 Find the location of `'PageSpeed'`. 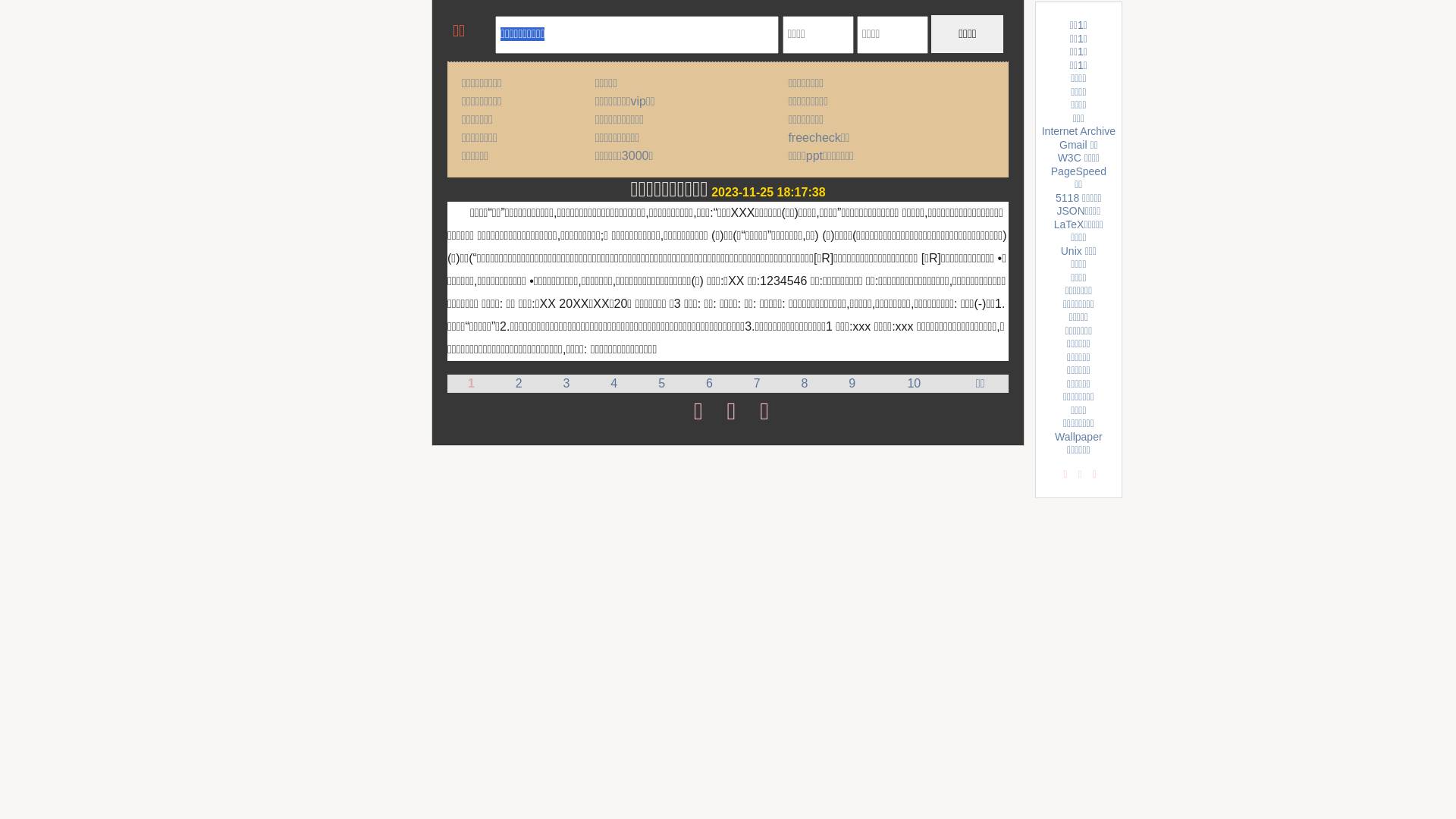

'PageSpeed' is located at coordinates (1078, 171).